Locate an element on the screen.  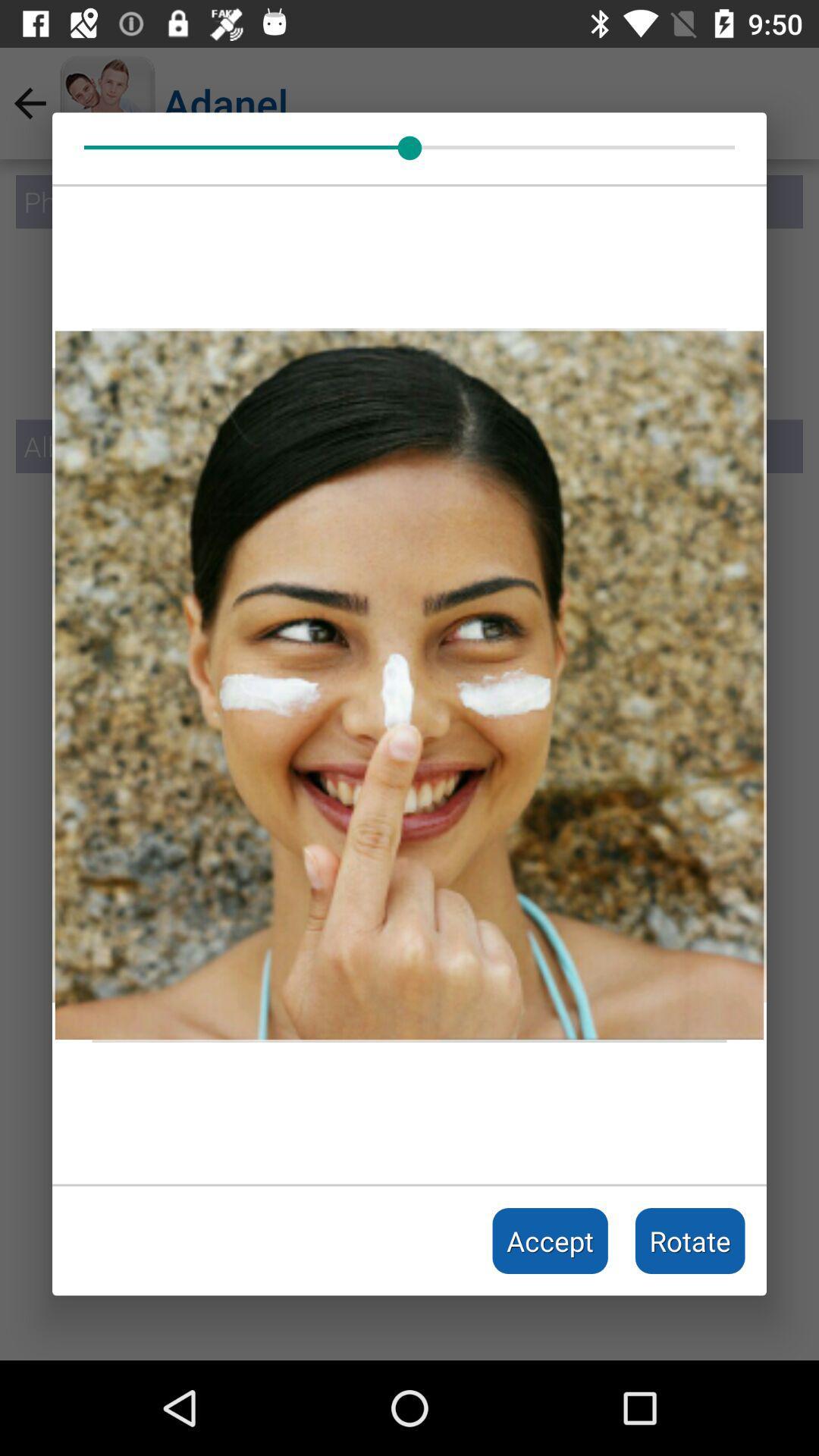
the rotate icon is located at coordinates (690, 1241).